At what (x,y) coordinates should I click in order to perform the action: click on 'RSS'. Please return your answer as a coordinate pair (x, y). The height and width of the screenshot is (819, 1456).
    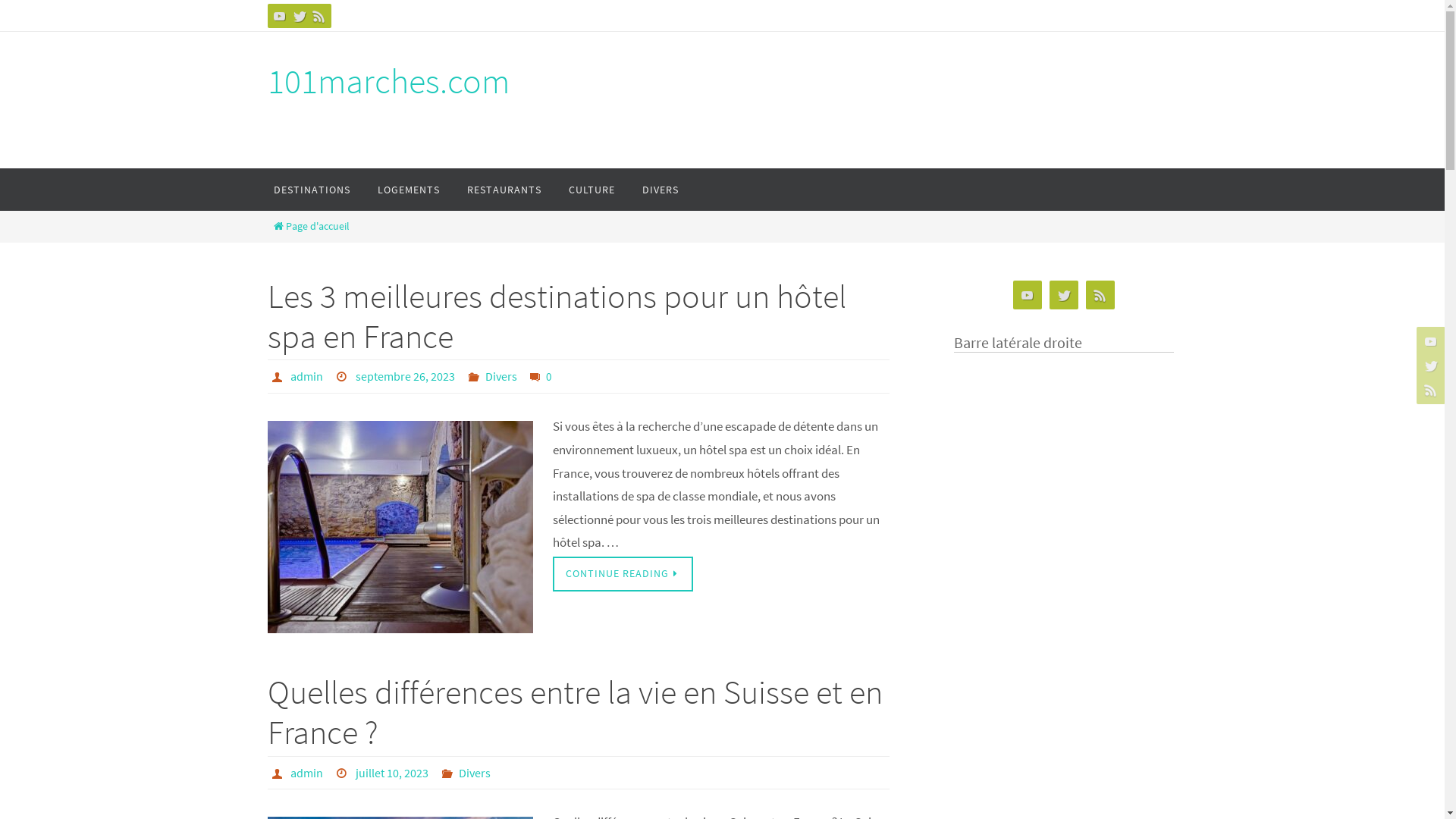
    Looking at the image, I should click on (1084, 295).